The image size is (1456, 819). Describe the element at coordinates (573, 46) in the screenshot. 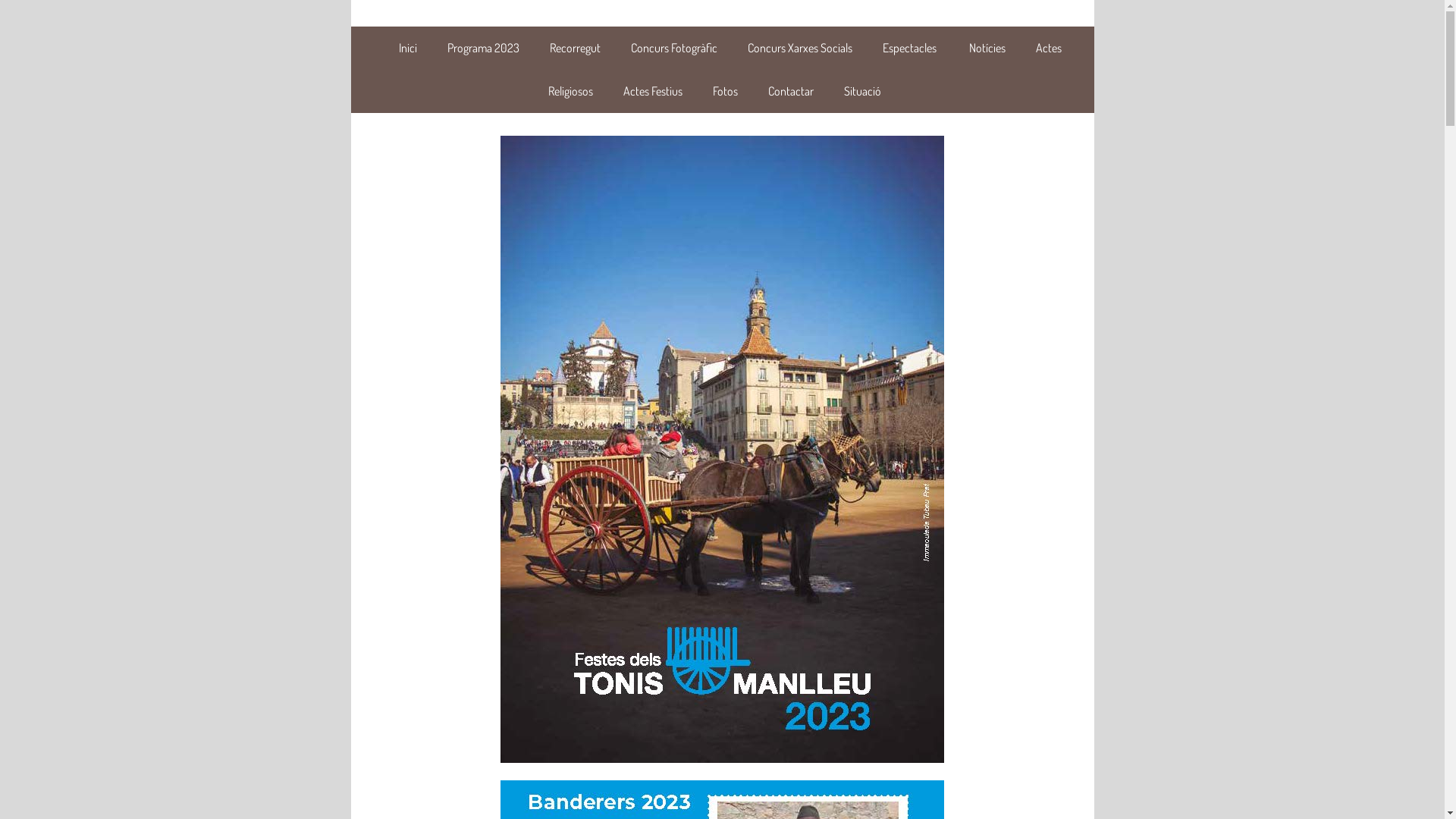

I see `'Recorregut'` at that location.